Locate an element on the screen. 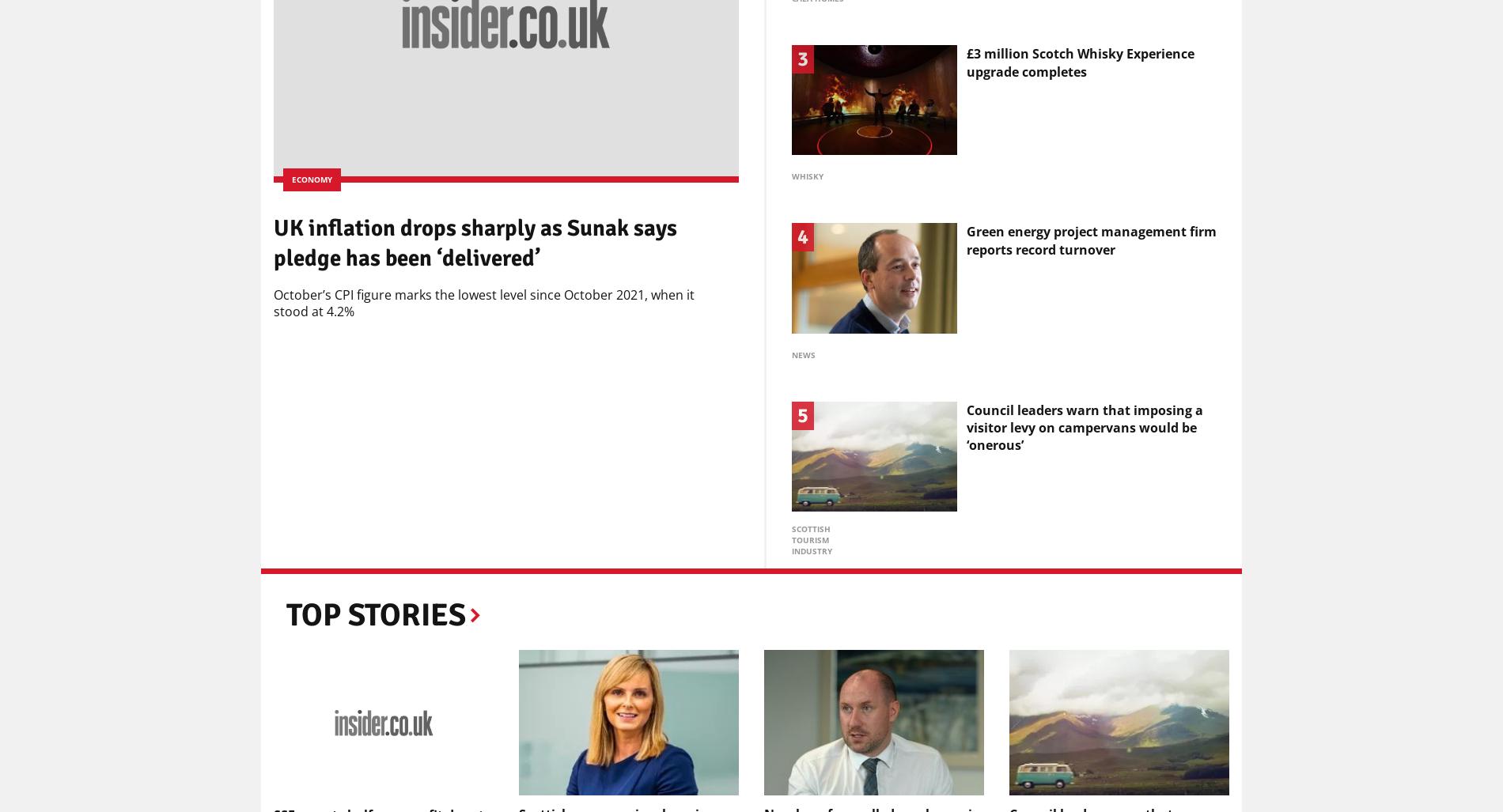  'UK inflation drops sharply as Sunak says pledge has been ‘delivered’' is located at coordinates (475, 241).